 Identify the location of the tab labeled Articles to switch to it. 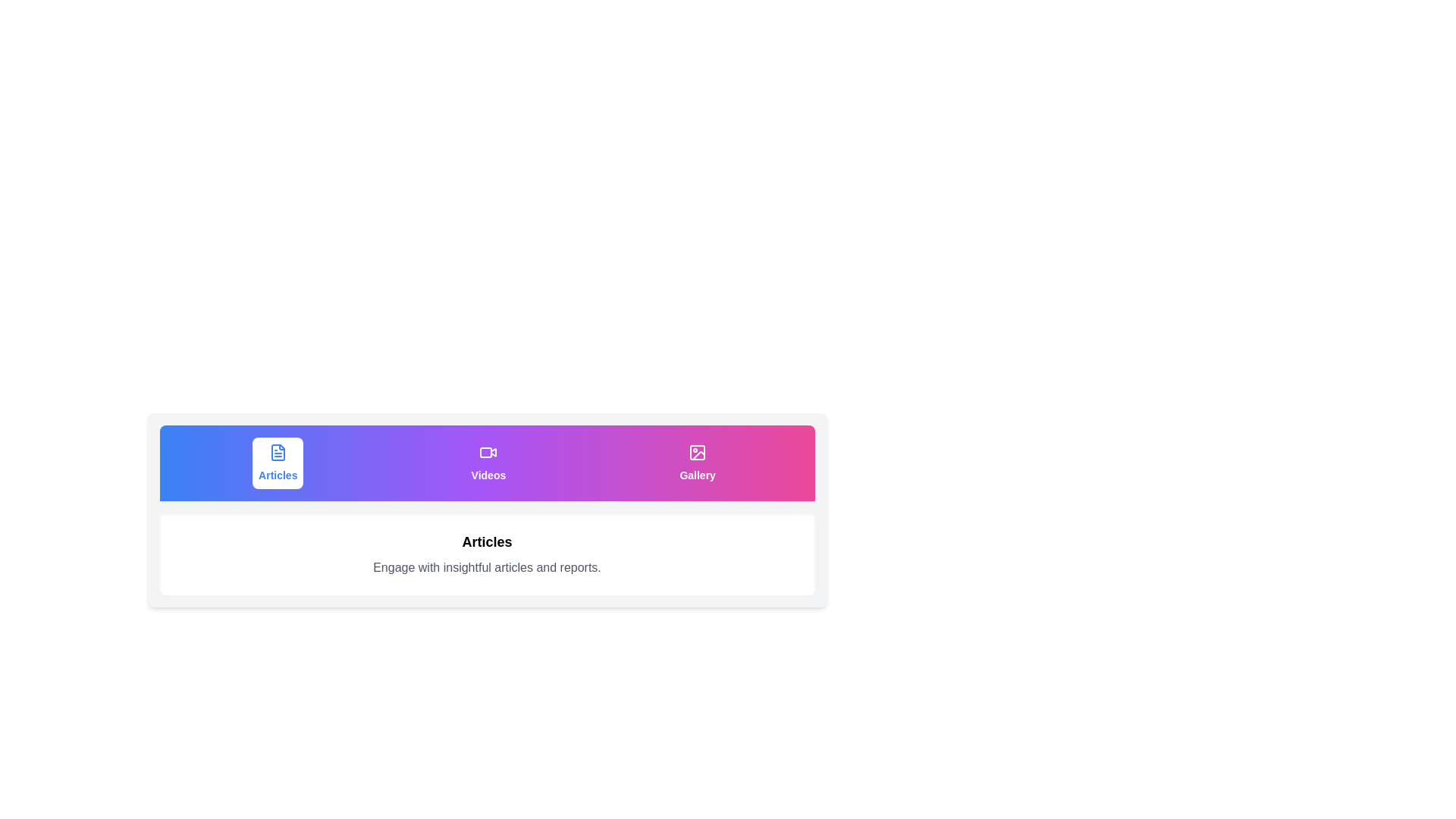
(278, 462).